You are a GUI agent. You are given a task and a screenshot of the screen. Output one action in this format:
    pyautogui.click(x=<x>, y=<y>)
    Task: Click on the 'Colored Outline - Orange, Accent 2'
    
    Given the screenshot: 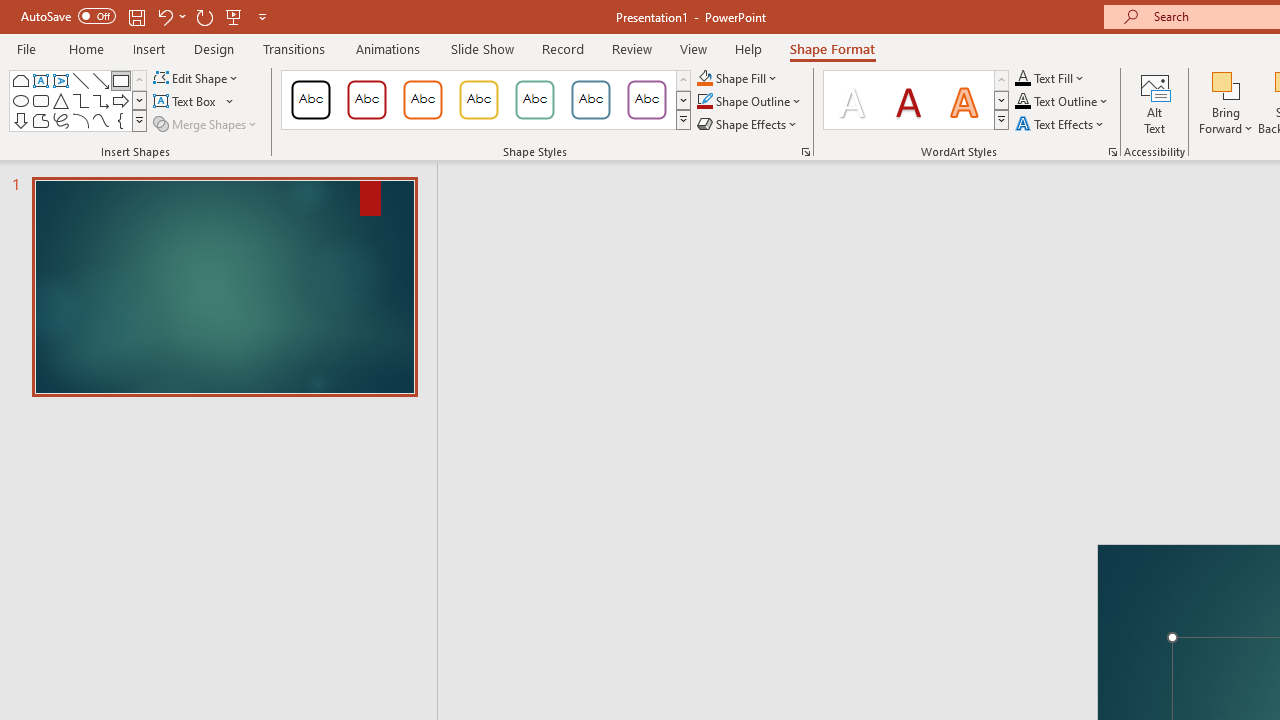 What is the action you would take?
    pyautogui.click(x=422, y=100)
    